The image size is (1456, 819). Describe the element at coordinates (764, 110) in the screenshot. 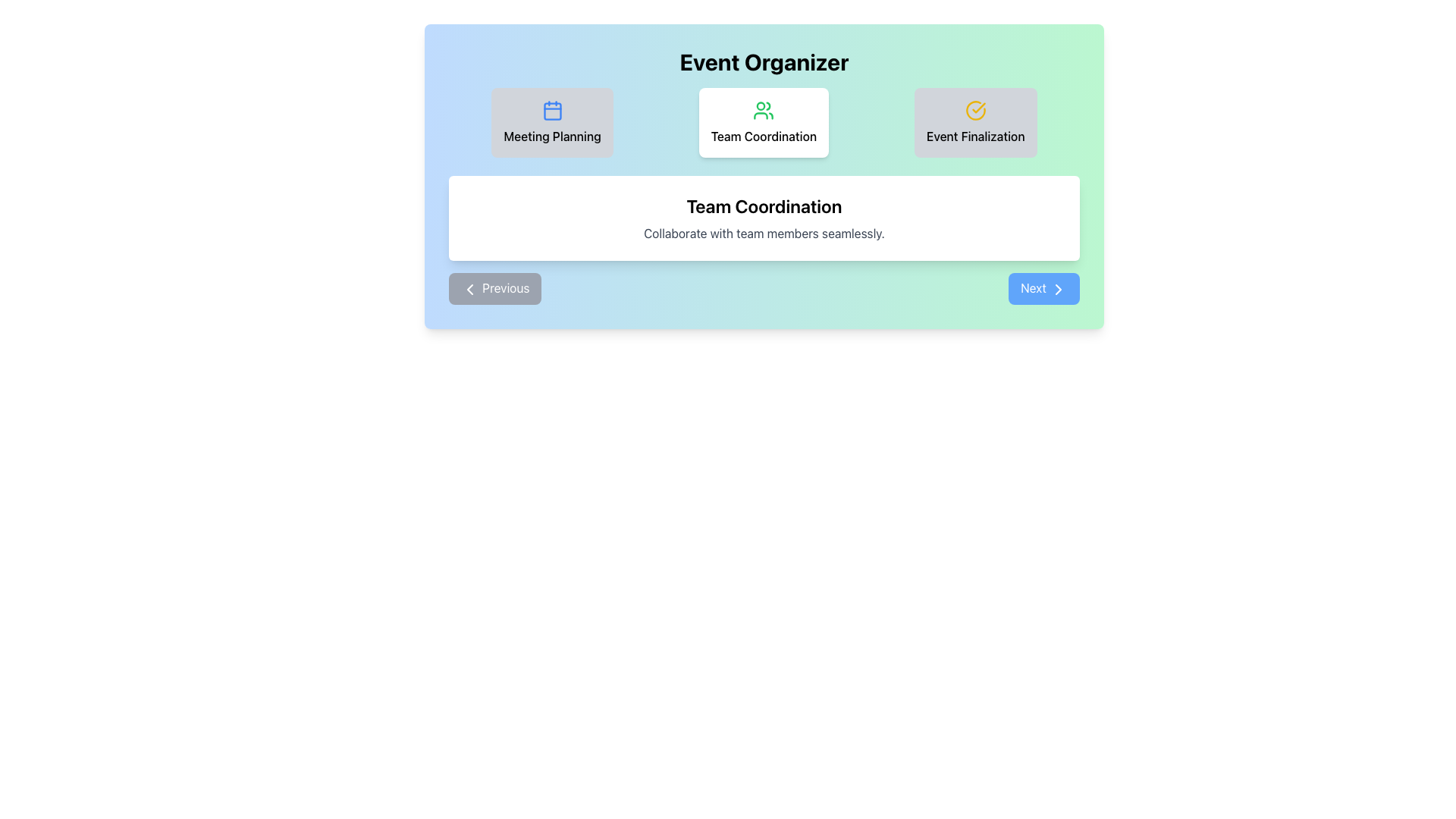

I see `the green icon shaped like three abstract human figures located in the 'Team Coordination' section above the 'Team Coordination' text` at that location.